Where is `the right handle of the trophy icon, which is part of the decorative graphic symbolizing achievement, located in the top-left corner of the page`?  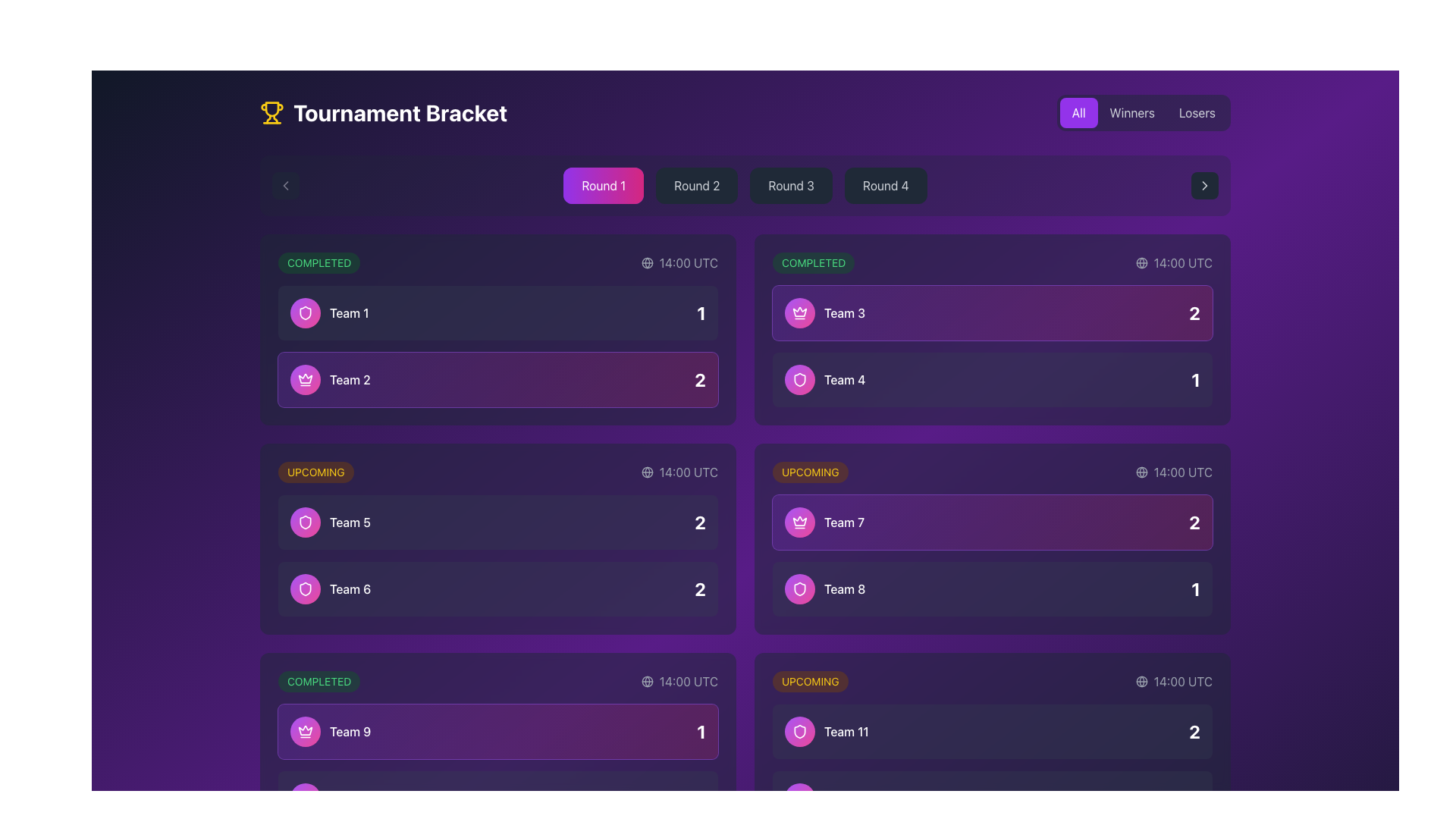 the right handle of the trophy icon, which is part of the decorative graphic symbolizing achievement, located in the top-left corner of the page is located at coordinates (275, 118).